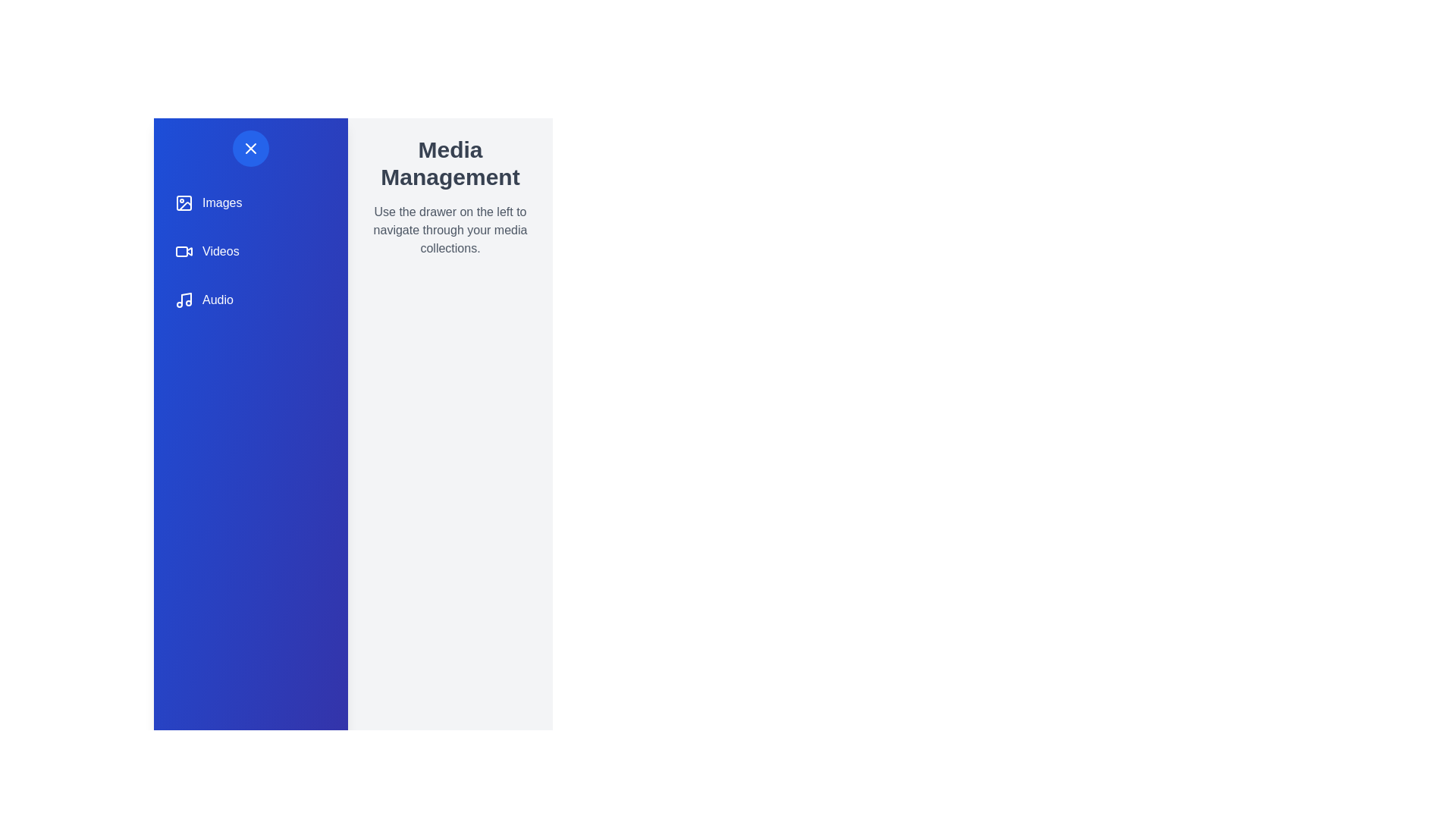 The image size is (1456, 819). What do you see at coordinates (188, 250) in the screenshot?
I see `the playback triangle within the 'Videos' navigation icon, which is the second icon in the vertical list on the blue sidebar, located between the 'Images' and 'Audio' icons` at bounding box center [188, 250].